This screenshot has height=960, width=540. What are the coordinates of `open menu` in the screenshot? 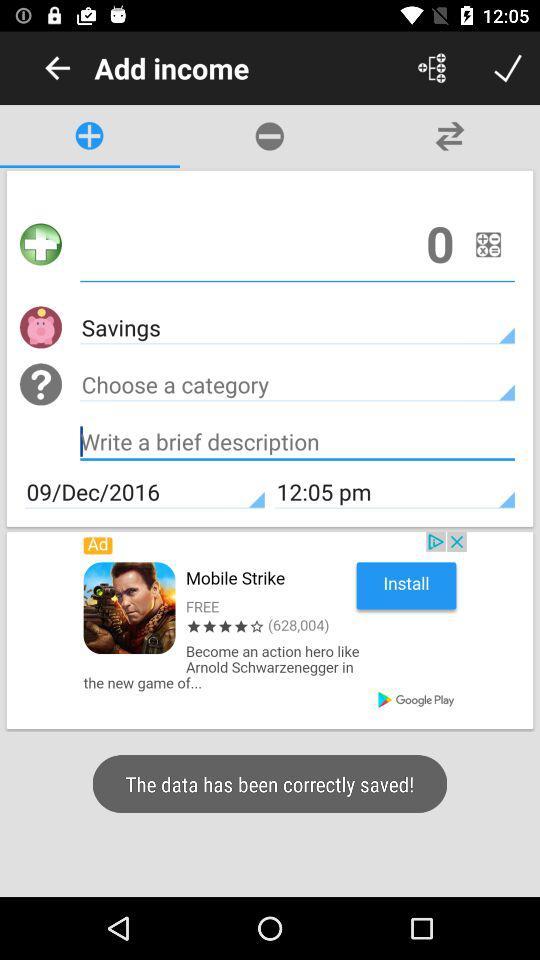 It's located at (431, 68).